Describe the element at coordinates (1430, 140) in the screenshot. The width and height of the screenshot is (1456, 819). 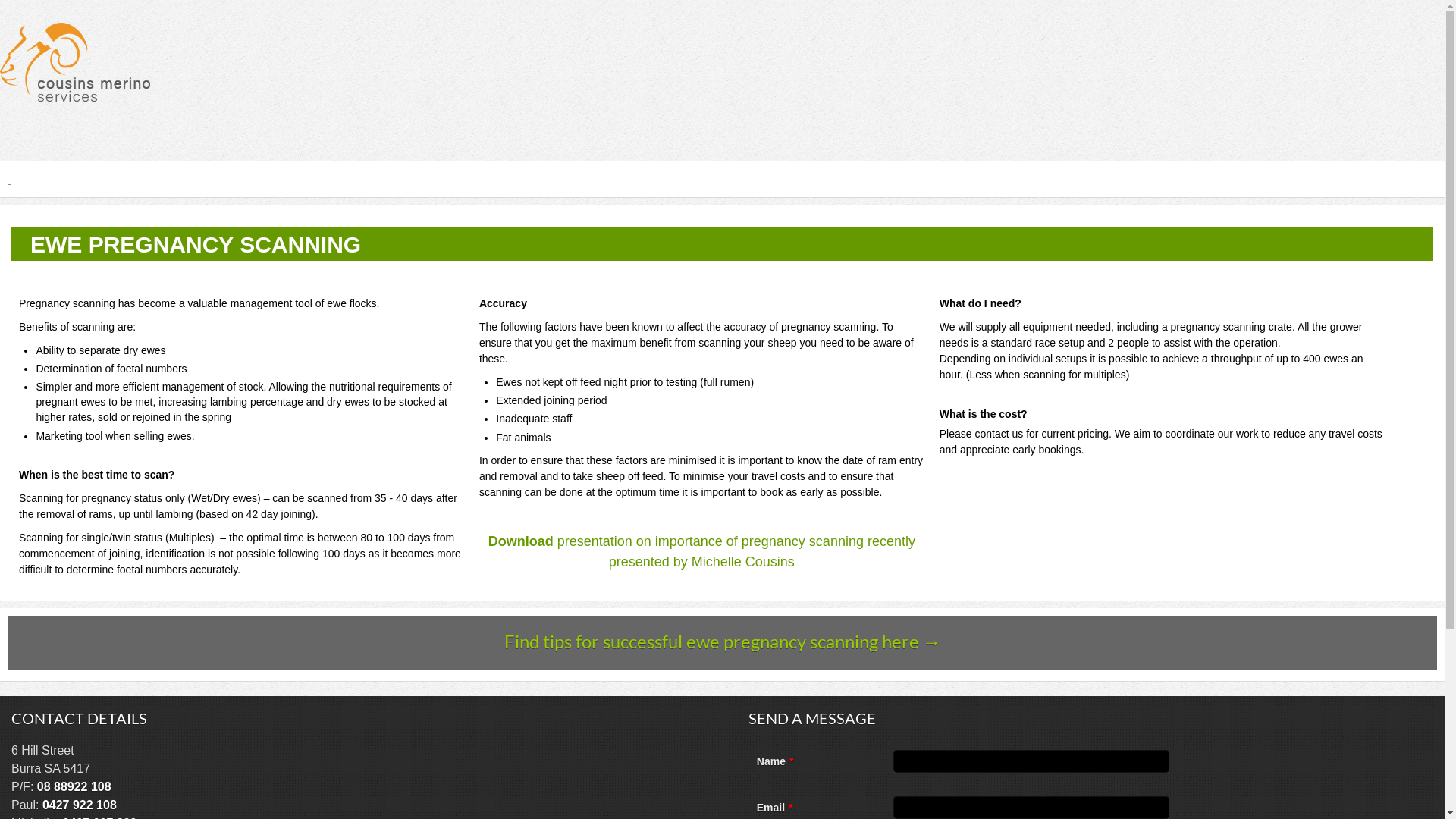
I see `'Facebook'` at that location.